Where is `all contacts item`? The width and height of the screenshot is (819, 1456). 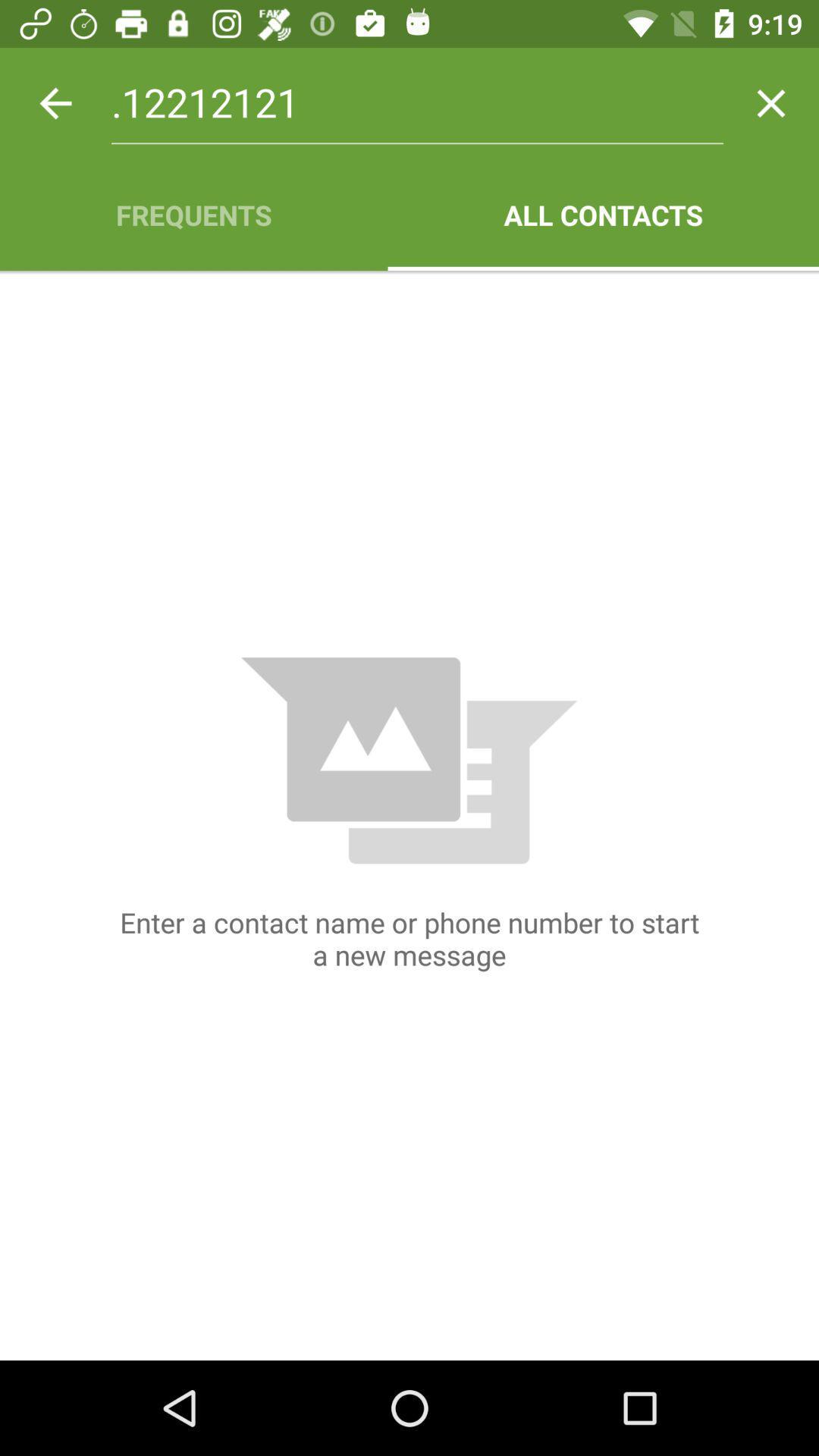 all contacts item is located at coordinates (602, 214).